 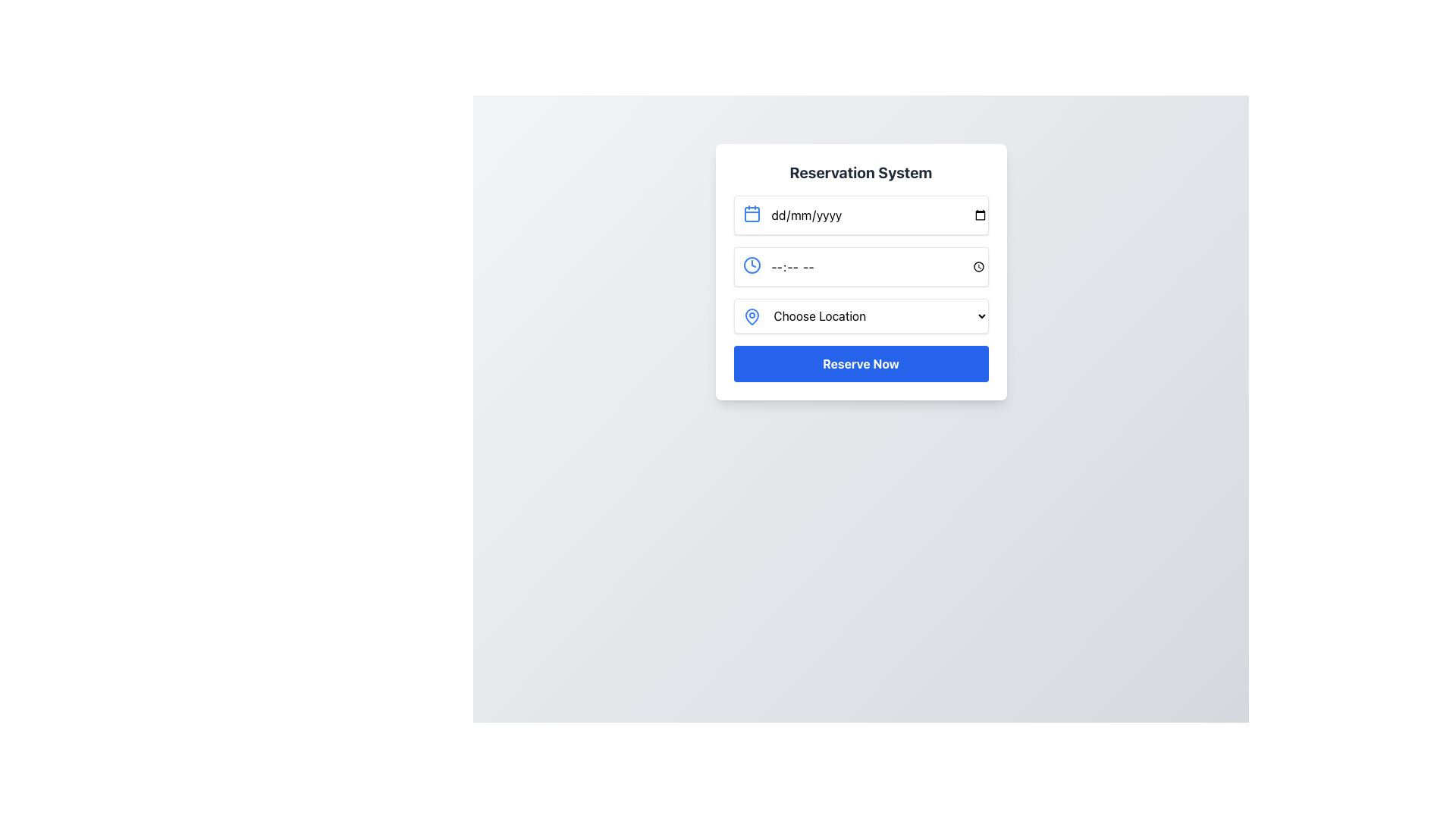 What do you see at coordinates (752, 265) in the screenshot?
I see `the blue clock icon located in the upper-left corner of the second input field for time selection, adjacent to the placeholder text '--:-- --'` at bounding box center [752, 265].